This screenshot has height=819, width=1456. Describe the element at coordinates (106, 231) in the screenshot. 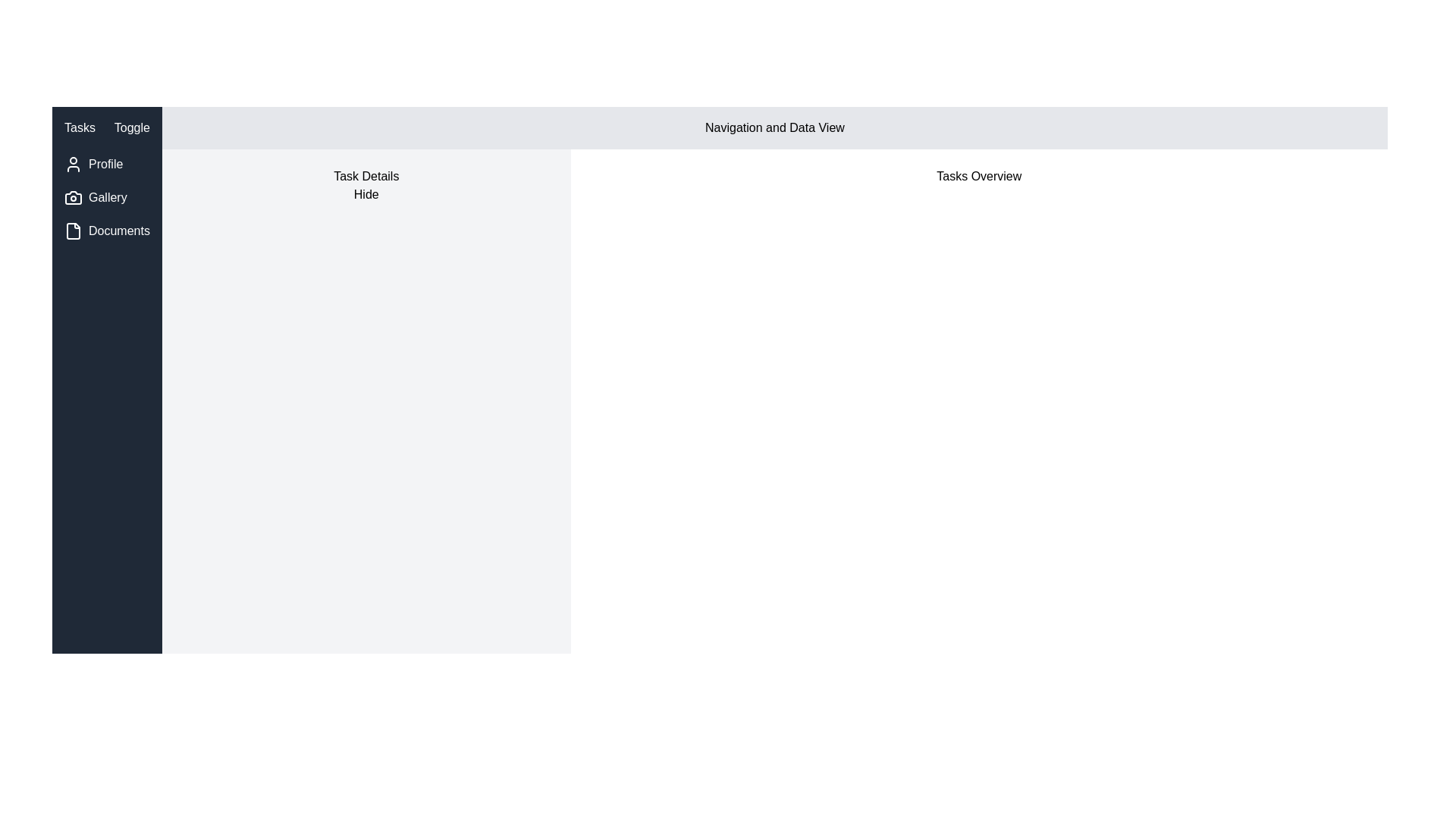

I see `the 'Documents' navigation menu item, which features an icon of a document and is the third item in the left panel navigation menu` at that location.